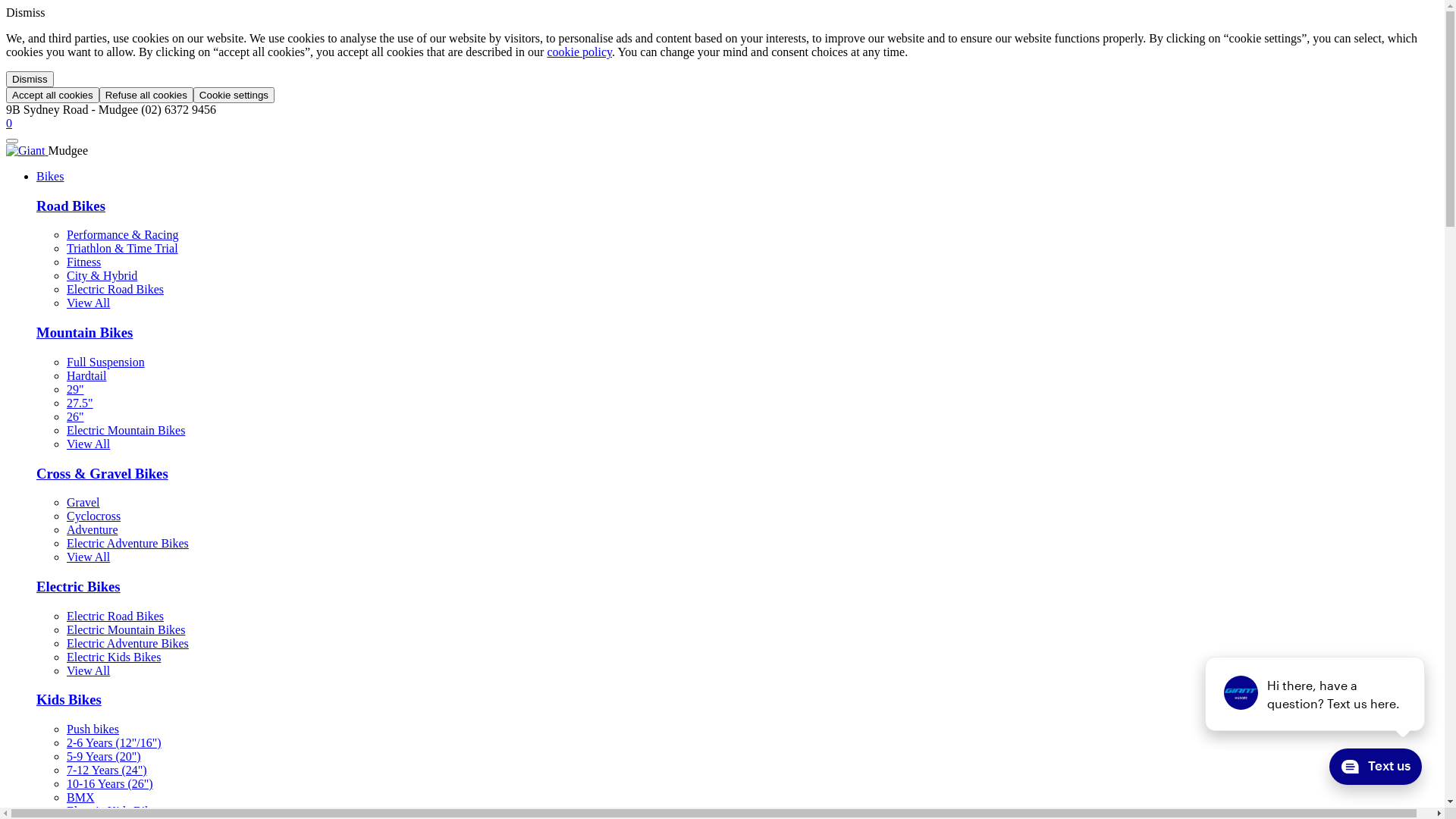 The height and width of the screenshot is (819, 1456). I want to click on '29"', so click(74, 388).